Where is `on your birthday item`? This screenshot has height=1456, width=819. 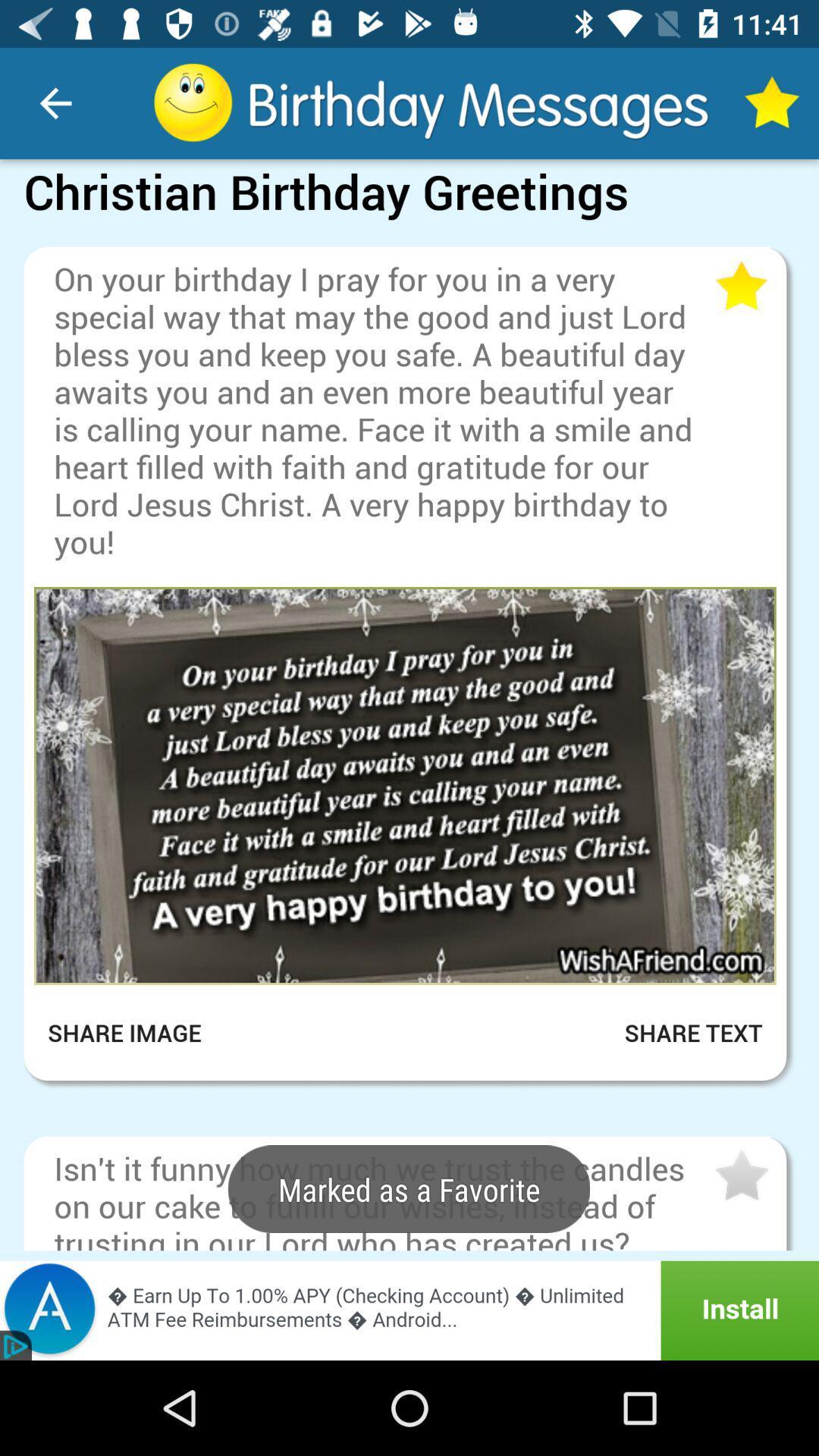 on your birthday item is located at coordinates (381, 409).